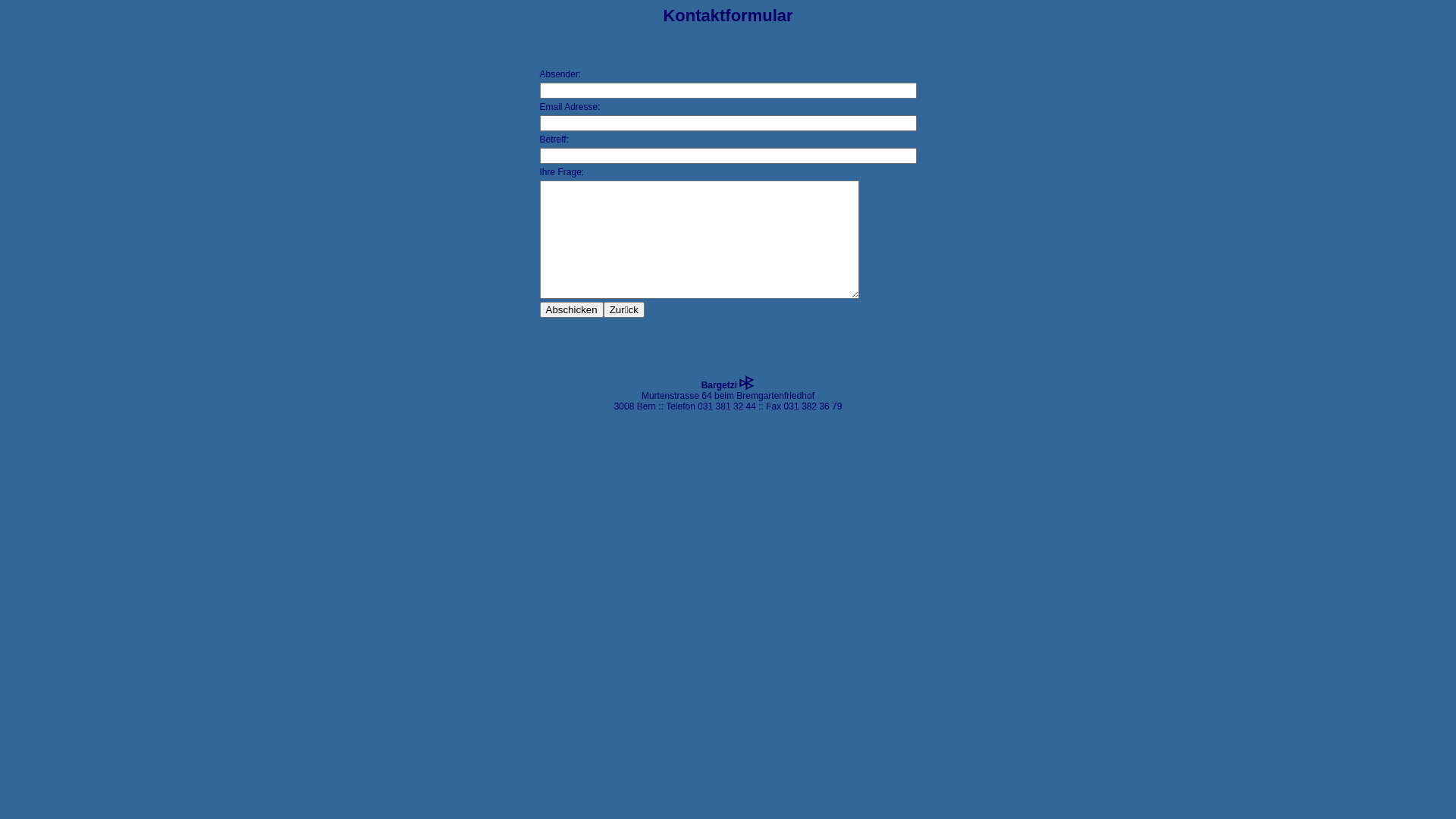 The height and width of the screenshot is (819, 1456). What do you see at coordinates (539, 309) in the screenshot?
I see `'Abschicken'` at bounding box center [539, 309].